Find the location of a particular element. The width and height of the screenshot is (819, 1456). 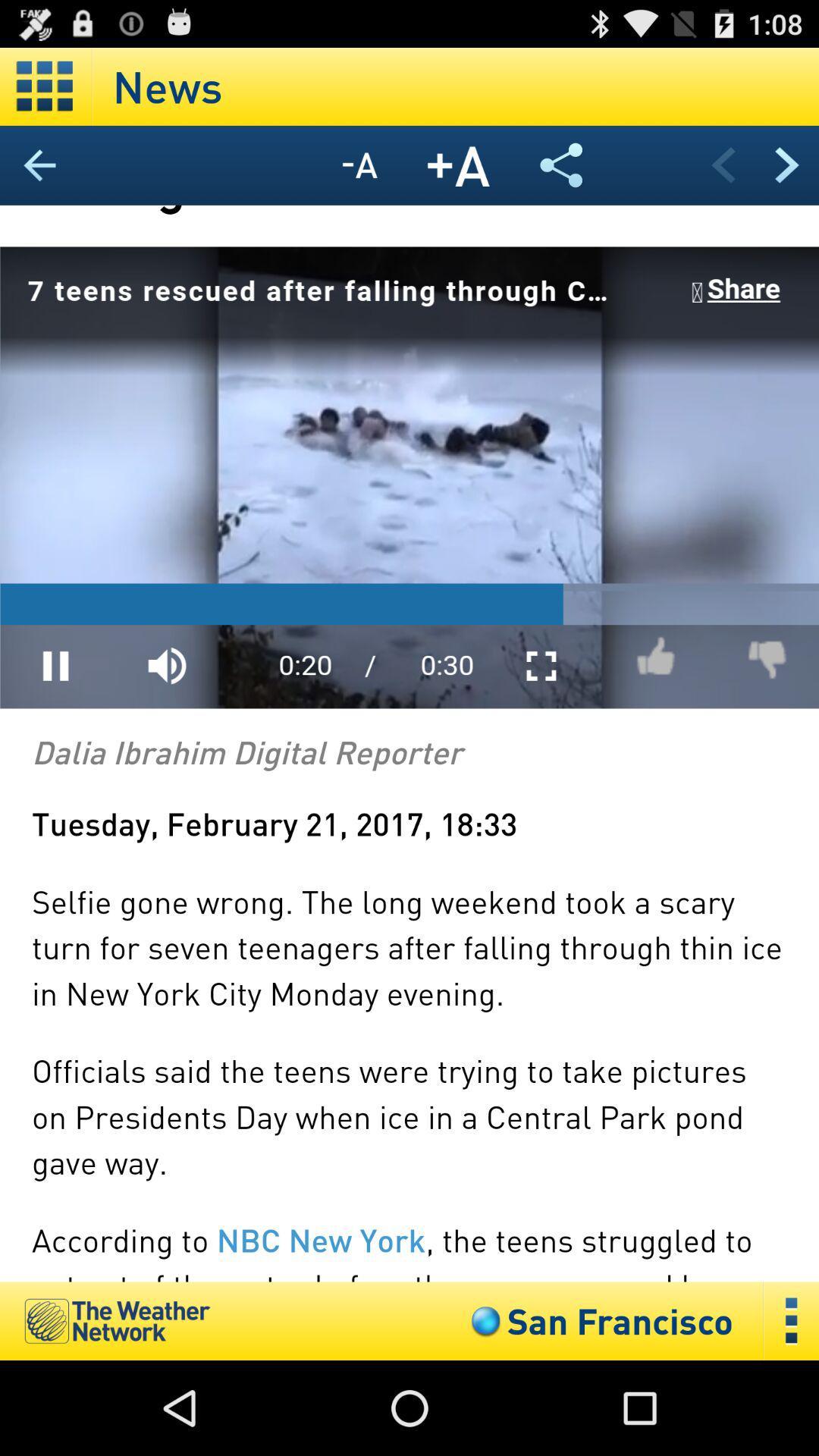

share option is located at coordinates (561, 165).